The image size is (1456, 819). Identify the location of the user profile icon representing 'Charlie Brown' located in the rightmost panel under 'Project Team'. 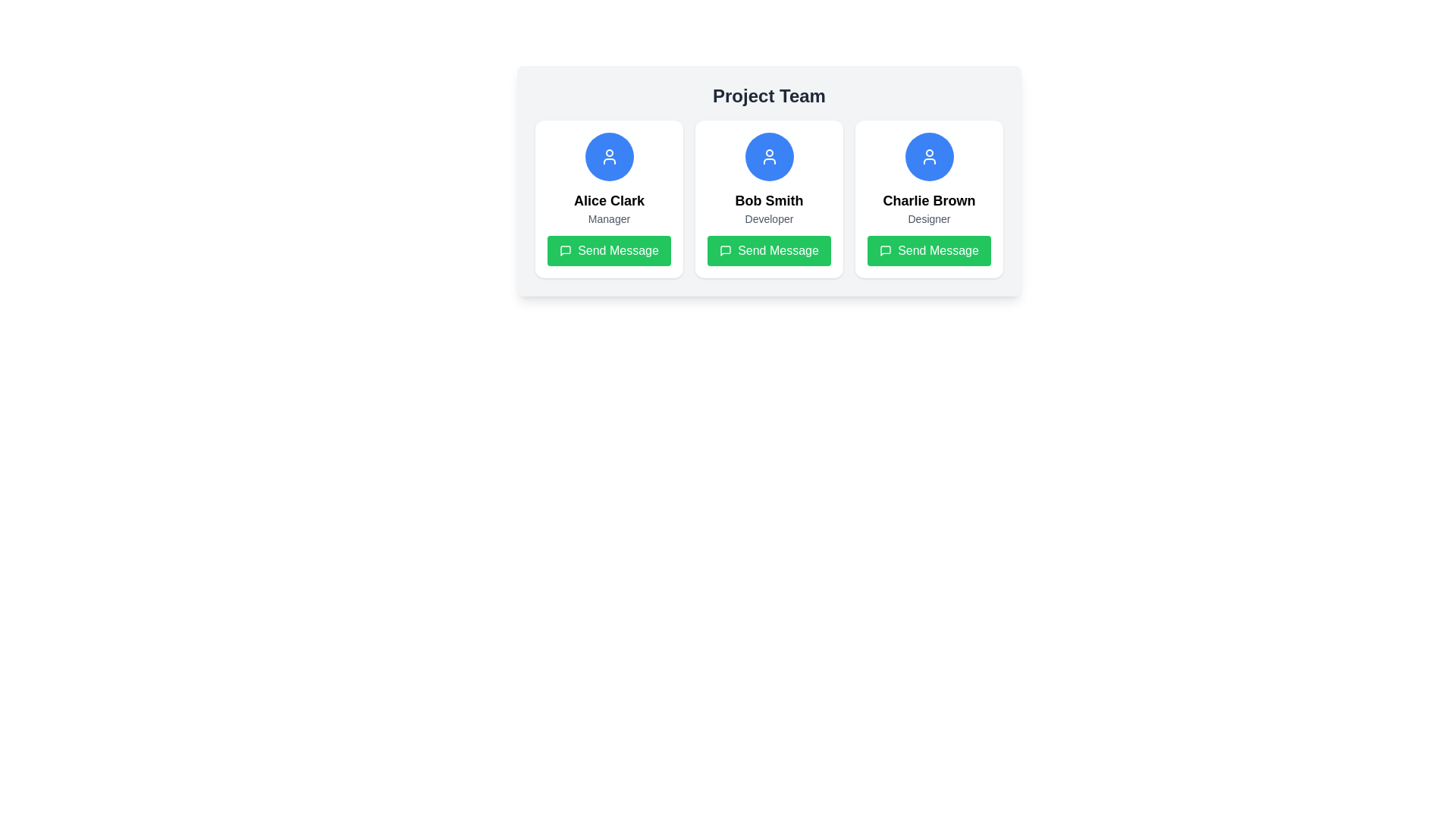
(928, 157).